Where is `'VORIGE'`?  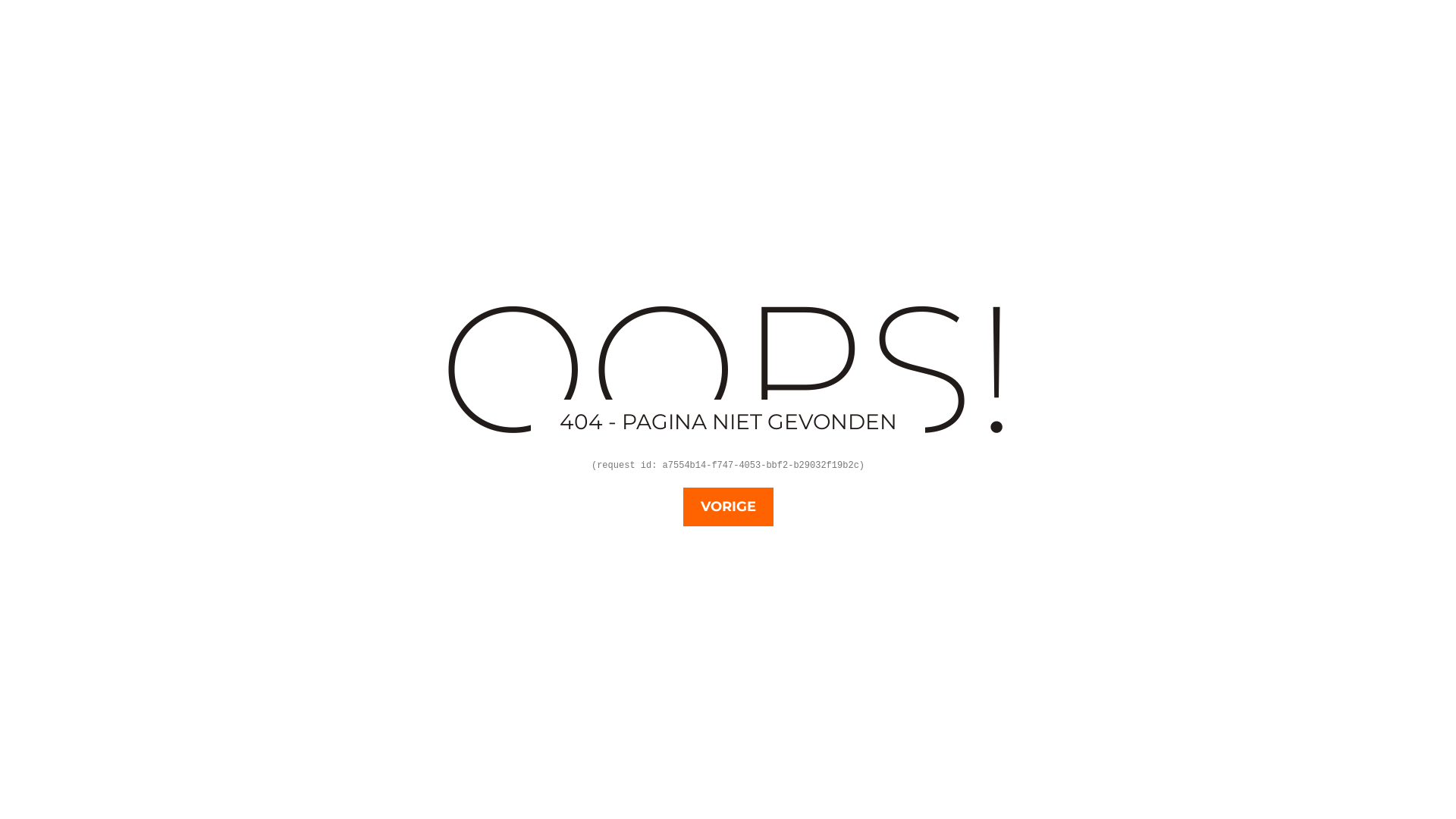 'VORIGE' is located at coordinates (726, 507).